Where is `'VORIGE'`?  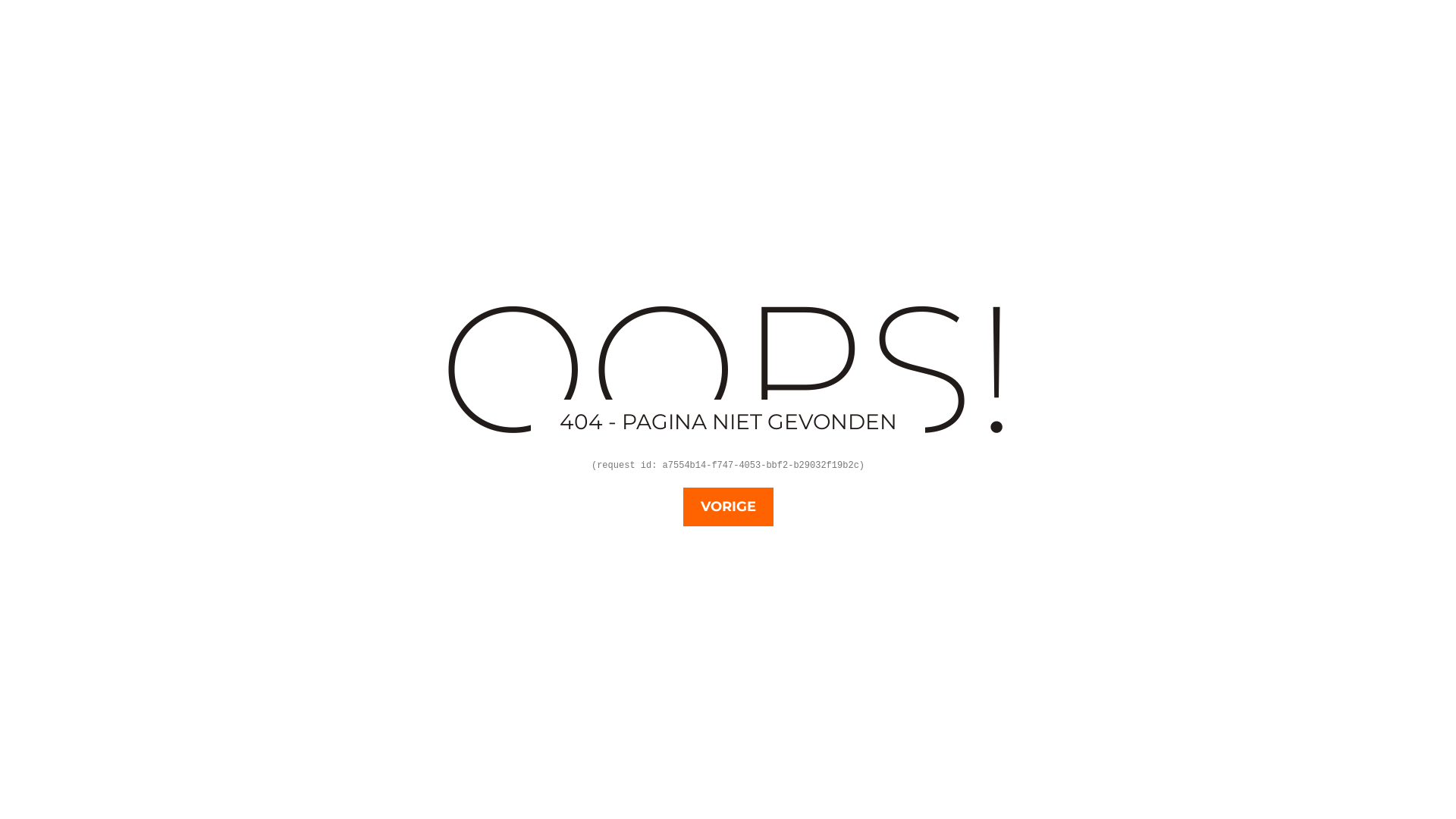 'VORIGE' is located at coordinates (726, 507).